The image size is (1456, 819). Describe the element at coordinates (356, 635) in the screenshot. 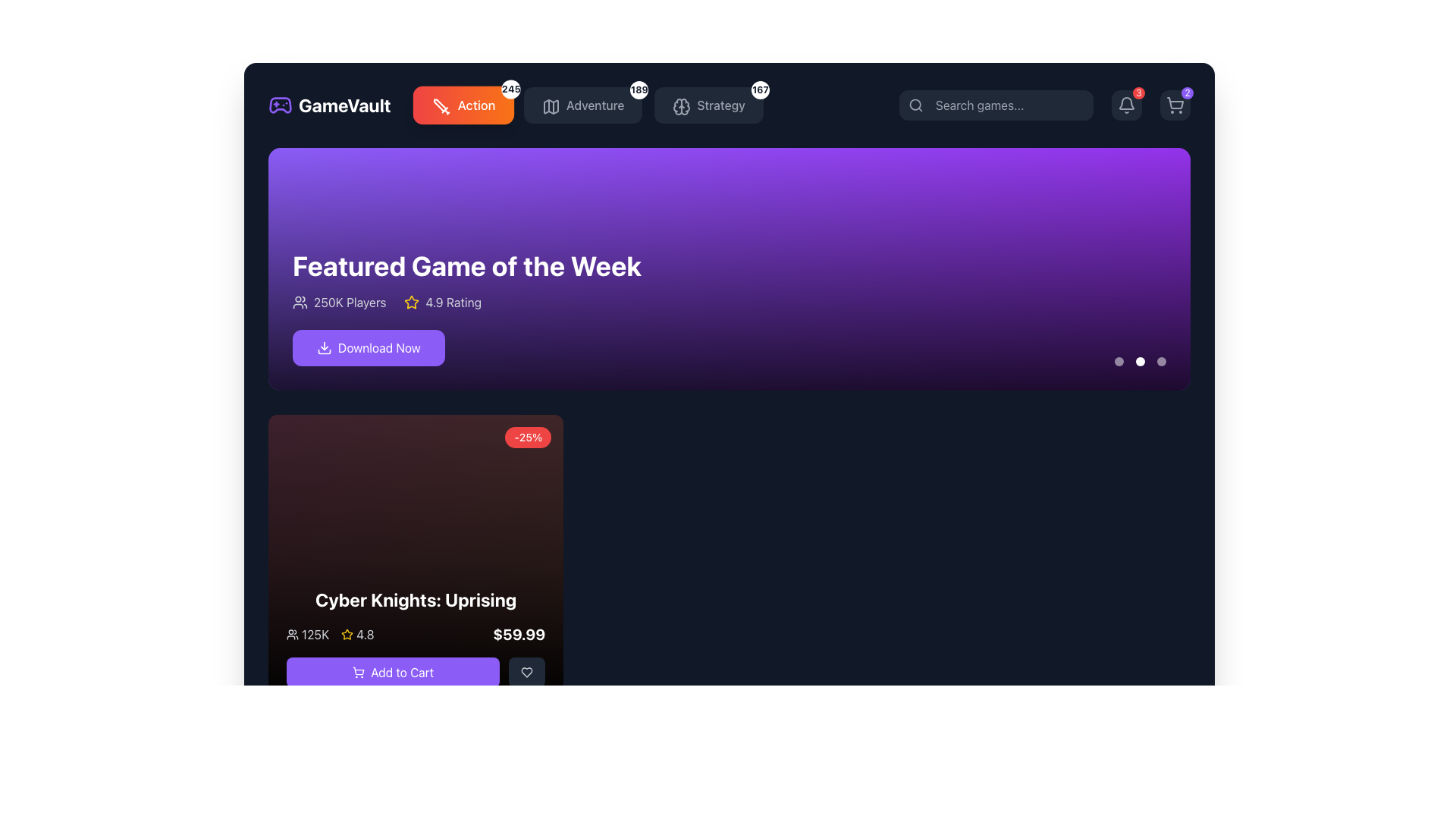

I see `the star icon representing the game's rating, located in the lower section of the card, to the right of the player count element showing '125K'` at that location.